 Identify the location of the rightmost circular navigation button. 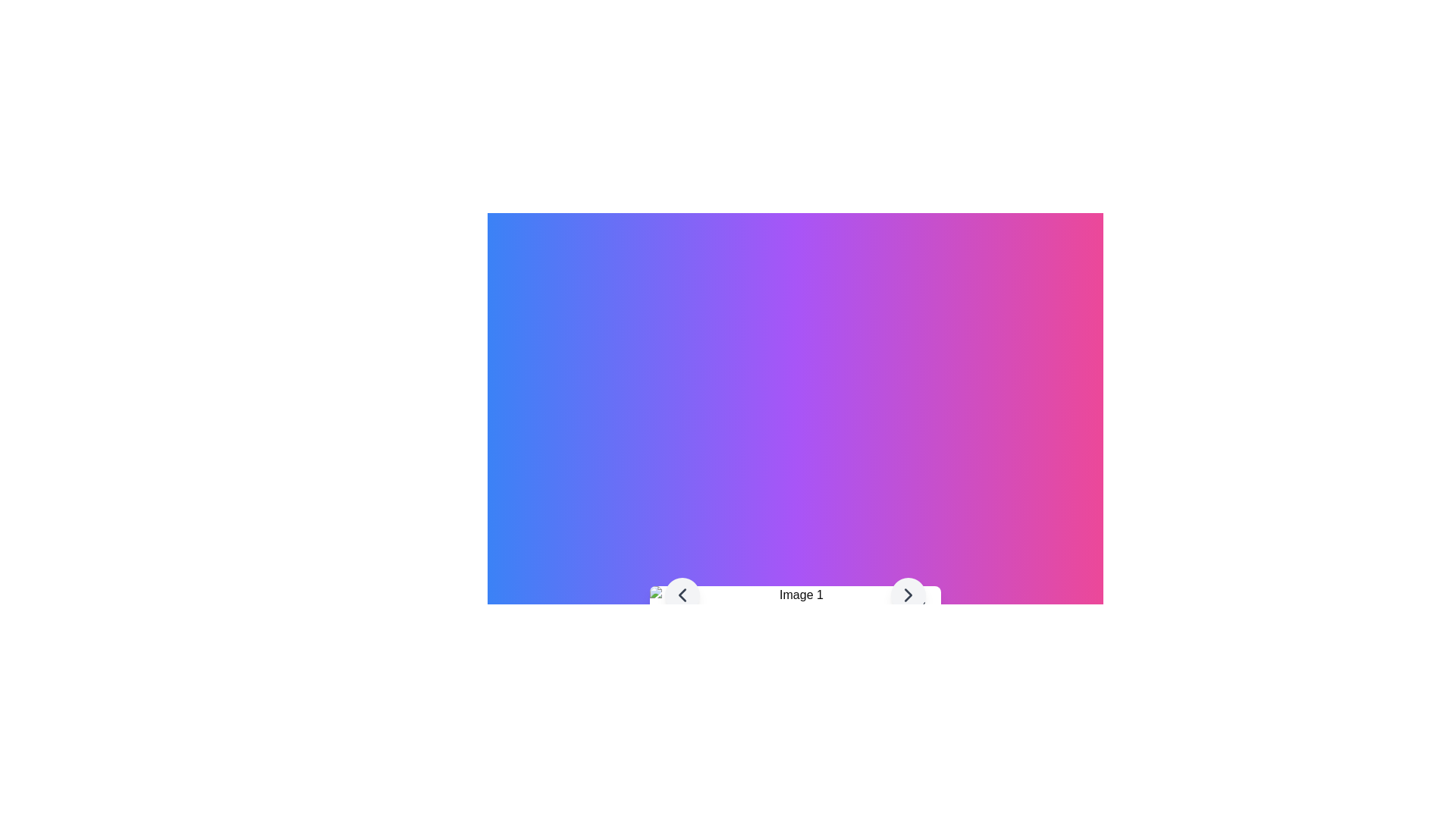
(908, 595).